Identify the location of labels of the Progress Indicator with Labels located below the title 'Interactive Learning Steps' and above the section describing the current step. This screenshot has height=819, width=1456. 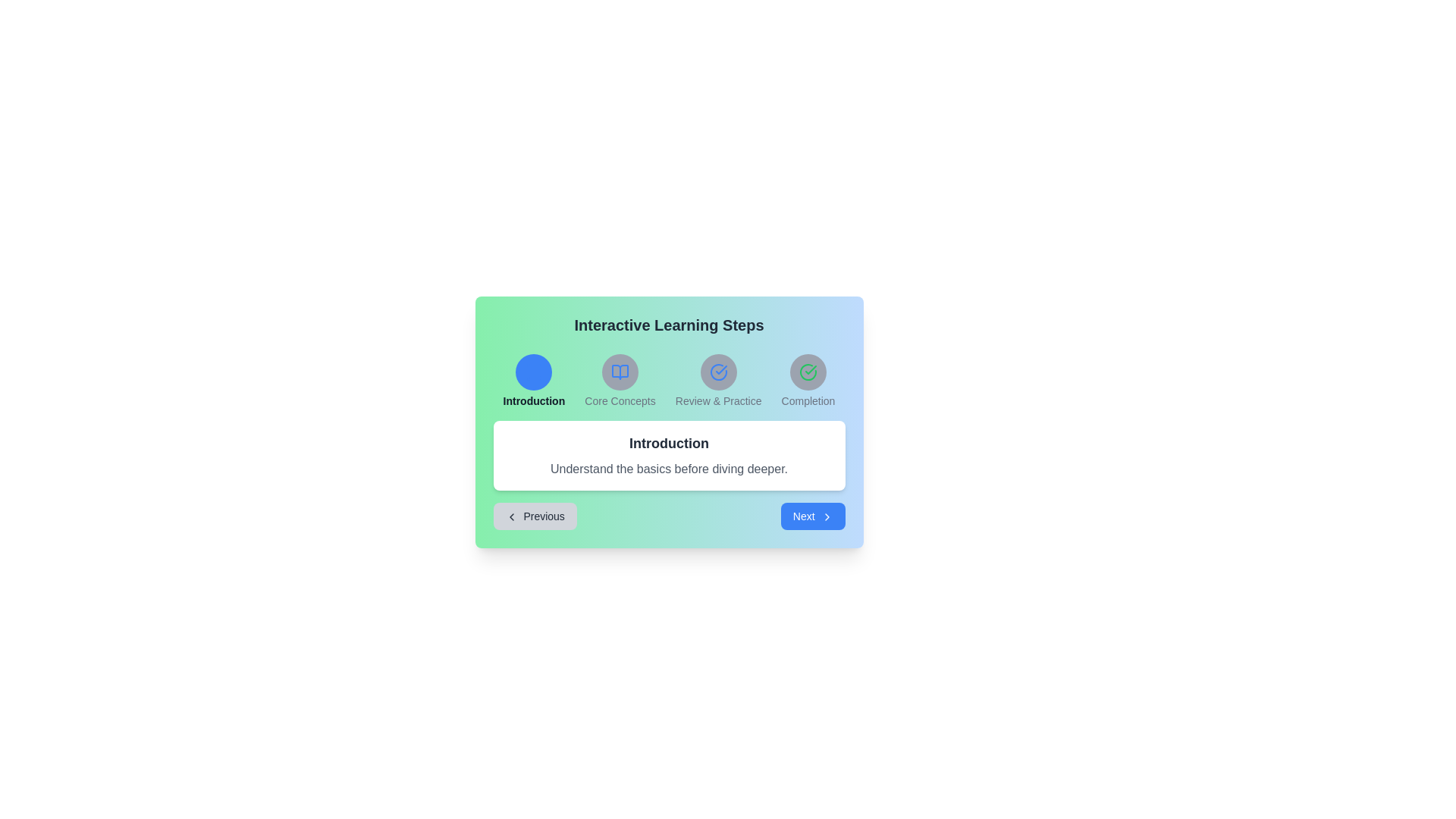
(668, 380).